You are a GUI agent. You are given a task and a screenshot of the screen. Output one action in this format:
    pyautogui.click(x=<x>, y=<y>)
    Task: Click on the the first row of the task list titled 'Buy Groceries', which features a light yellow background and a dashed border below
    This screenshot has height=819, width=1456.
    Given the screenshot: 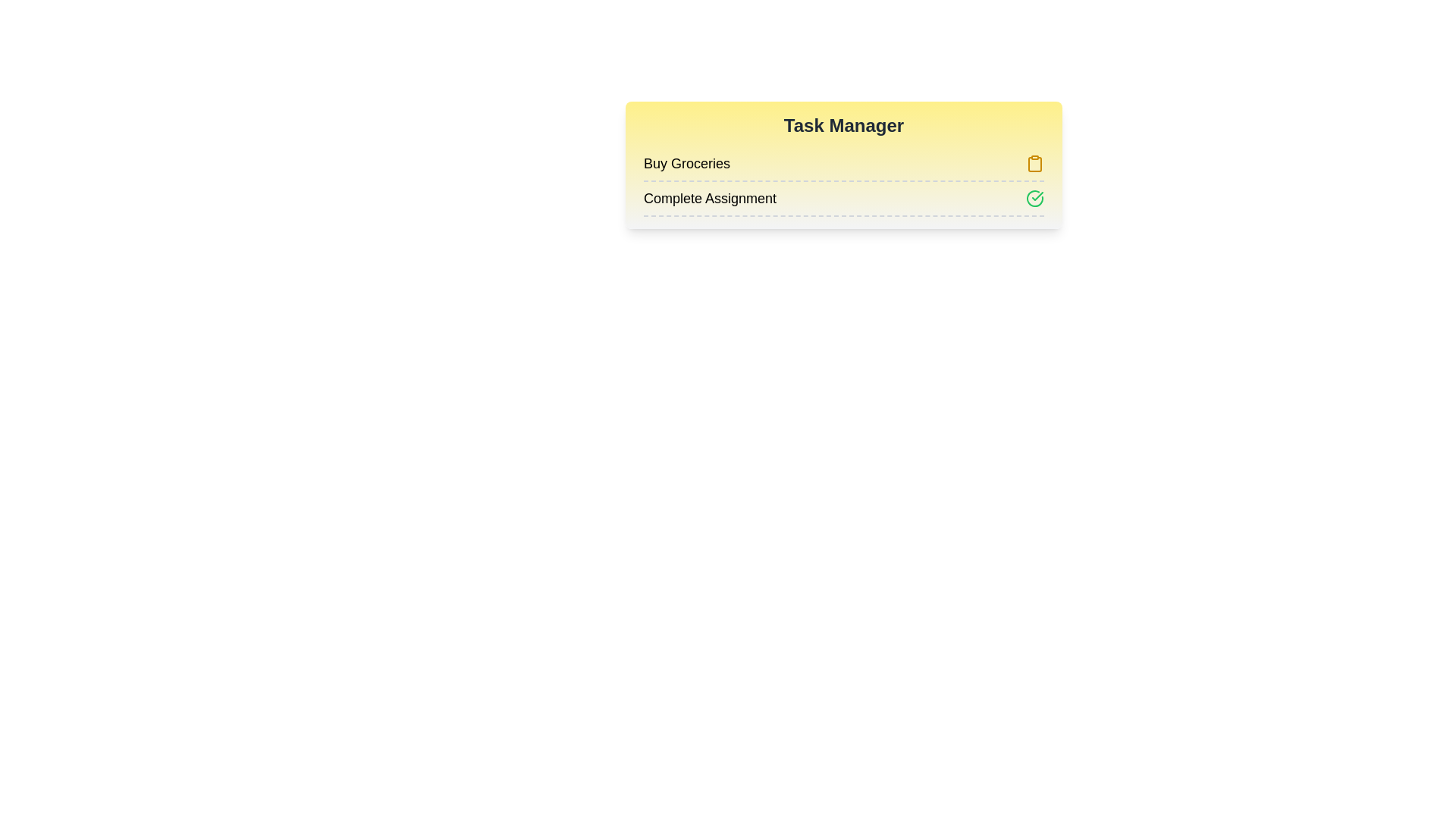 What is the action you would take?
    pyautogui.click(x=843, y=164)
    